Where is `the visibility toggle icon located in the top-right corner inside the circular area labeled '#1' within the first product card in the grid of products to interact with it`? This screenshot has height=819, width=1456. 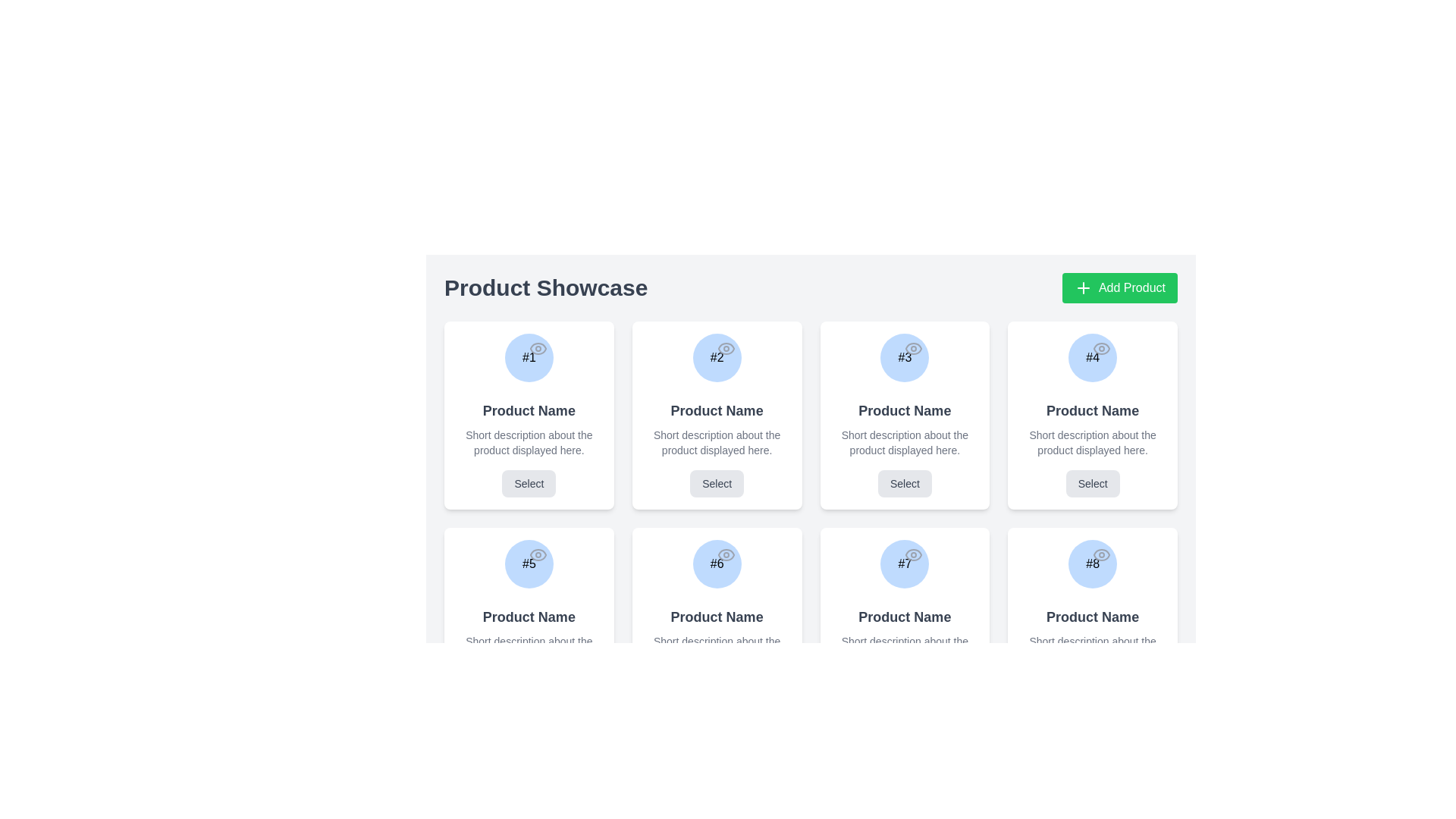 the visibility toggle icon located in the top-right corner inside the circular area labeled '#1' within the first product card in the grid of products to interact with it is located at coordinates (538, 348).